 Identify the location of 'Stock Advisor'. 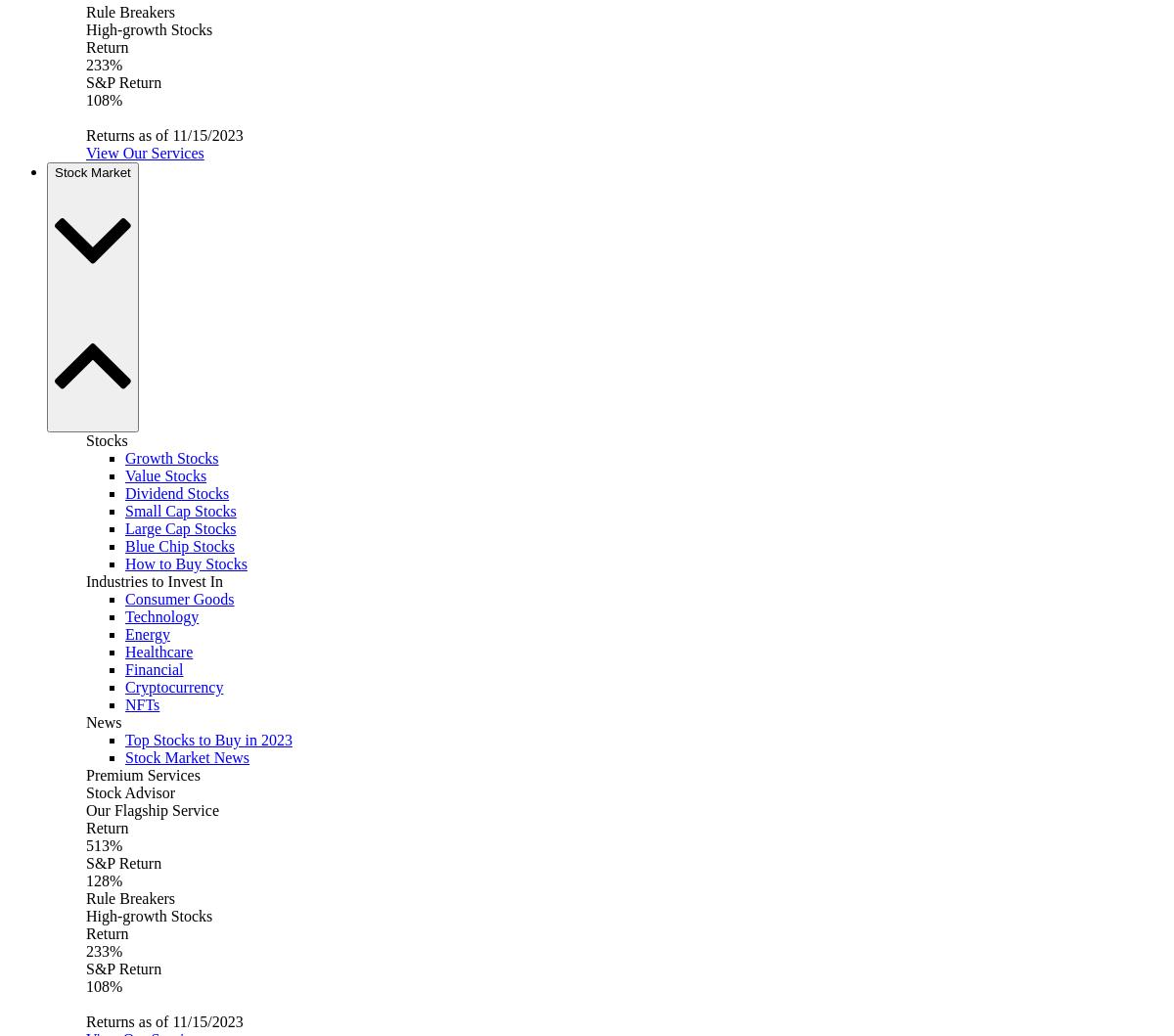
(130, 791).